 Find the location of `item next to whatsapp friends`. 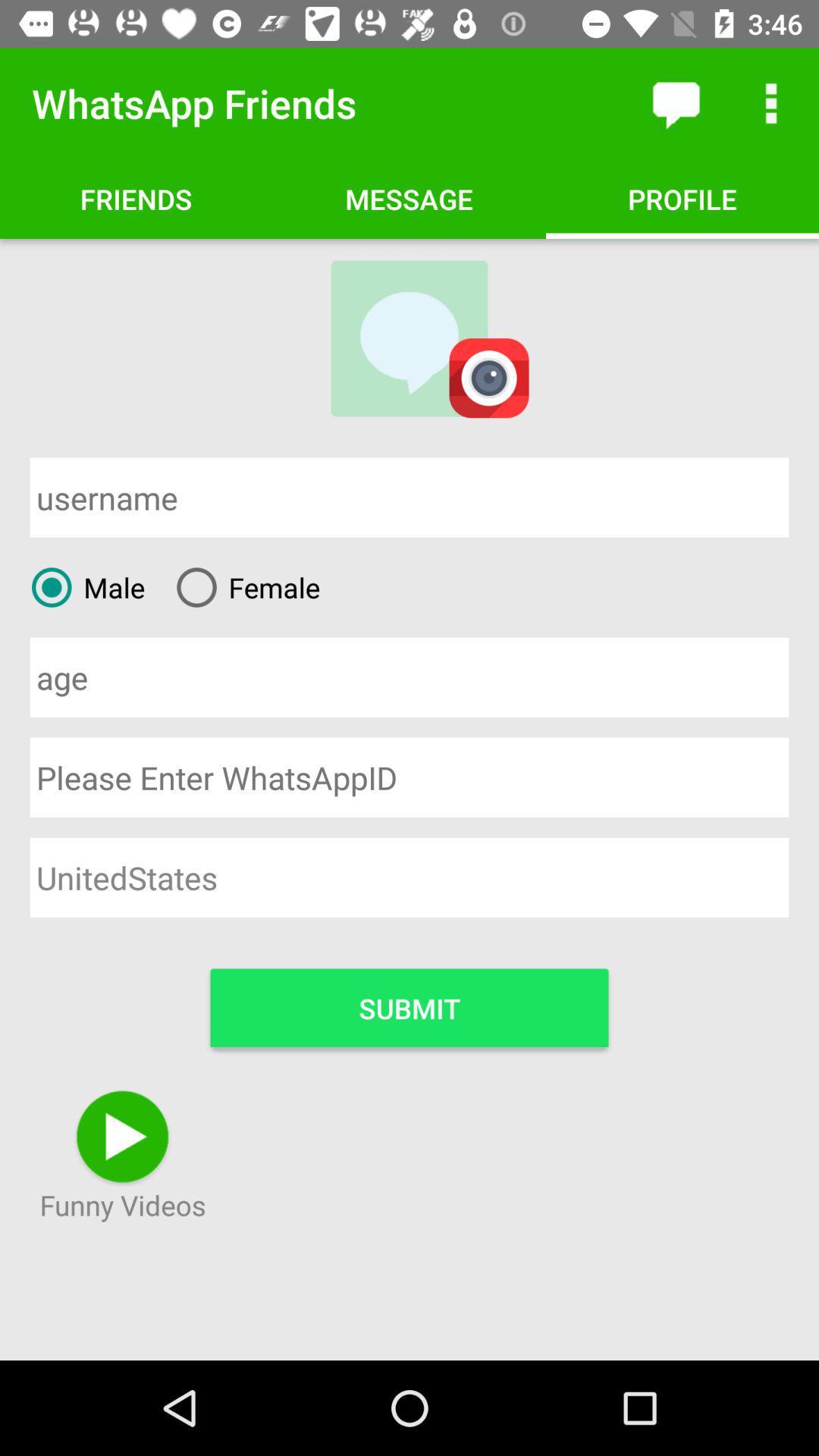

item next to whatsapp friends is located at coordinates (675, 102).